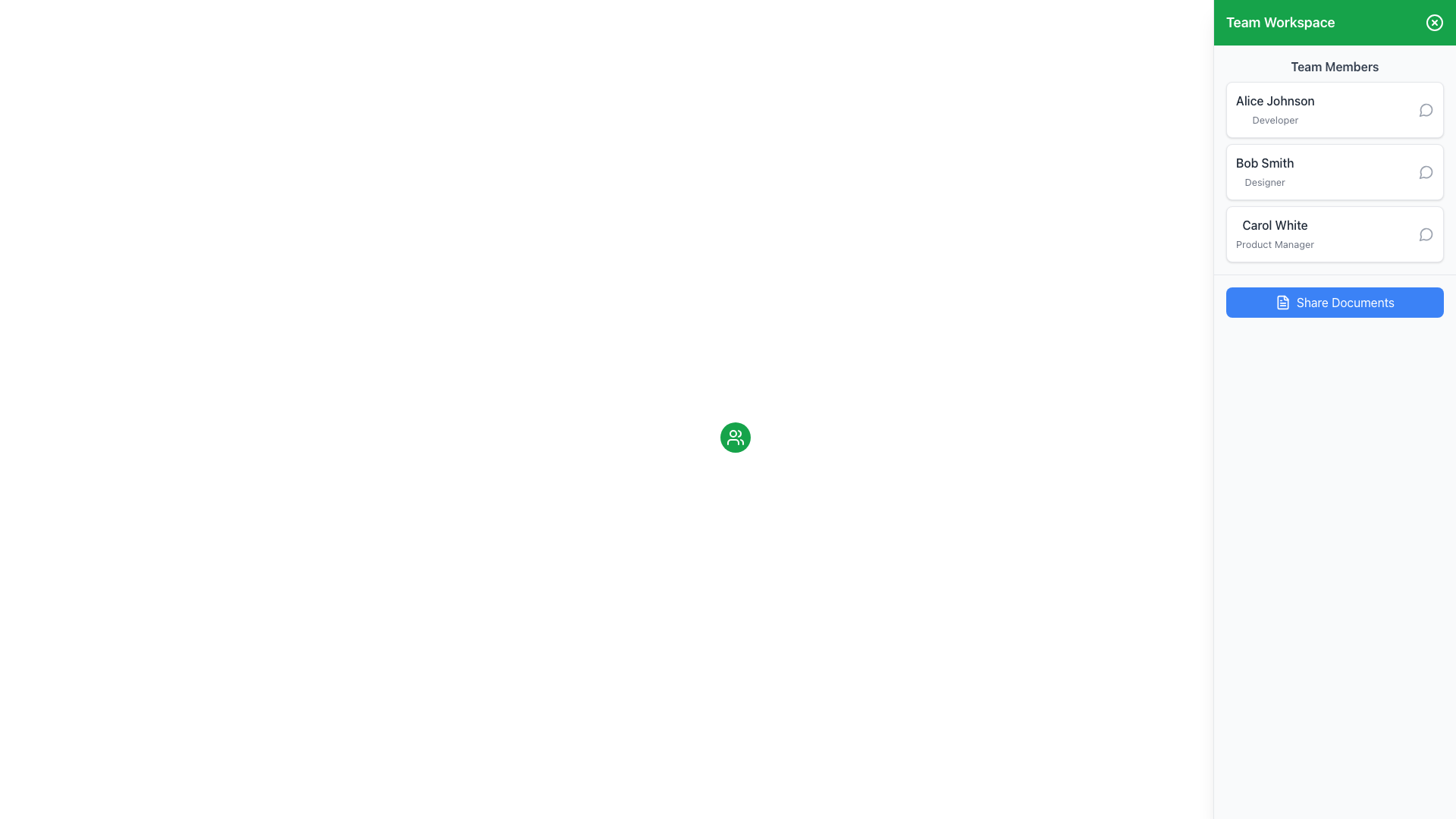  I want to click on the icon button located at the far right side of the card labeled 'Alice Johnson' to initiate a message, so click(1426, 109).